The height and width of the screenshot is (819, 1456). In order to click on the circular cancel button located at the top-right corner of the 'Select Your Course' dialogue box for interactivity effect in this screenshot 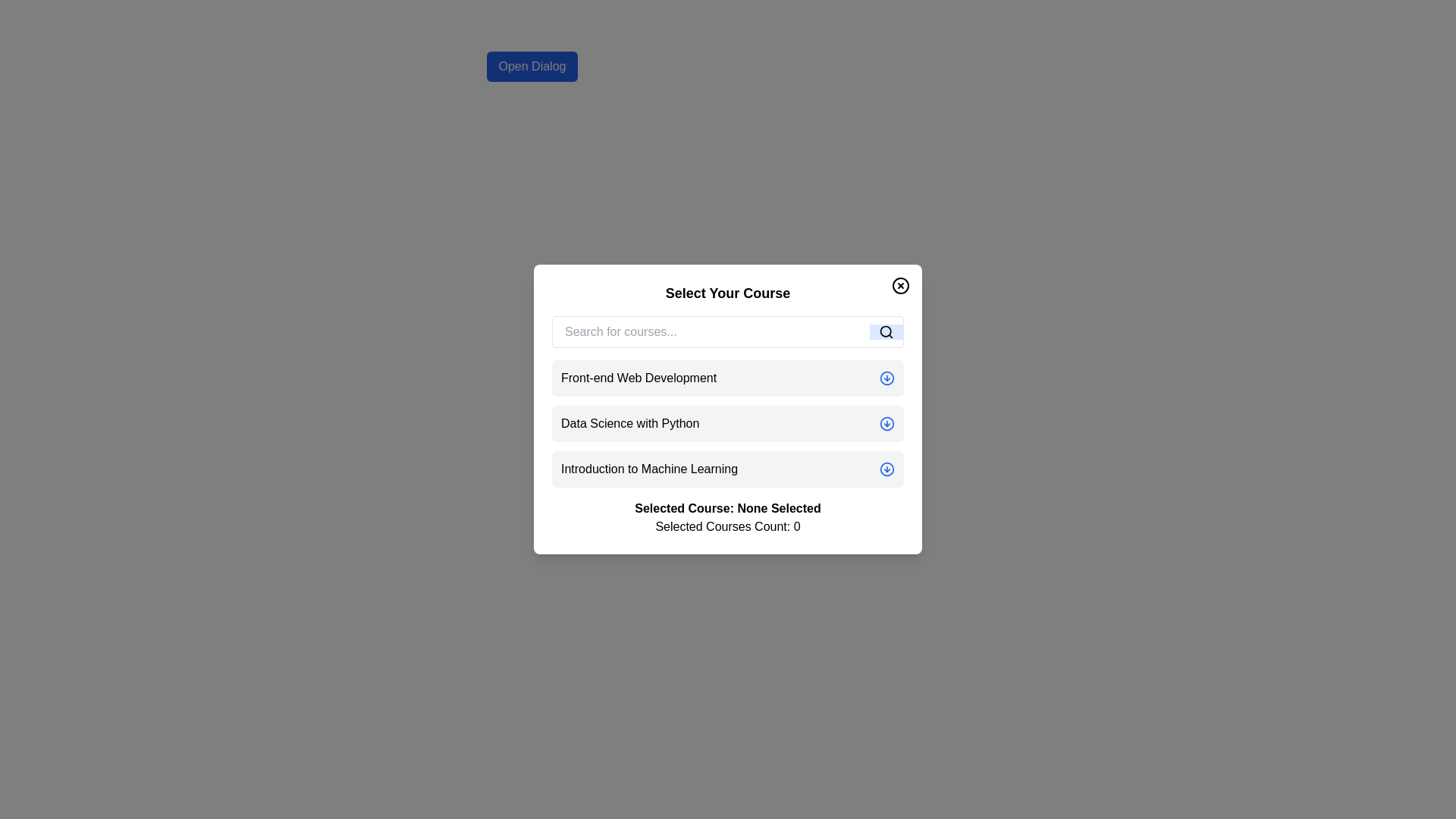, I will do `click(901, 286)`.